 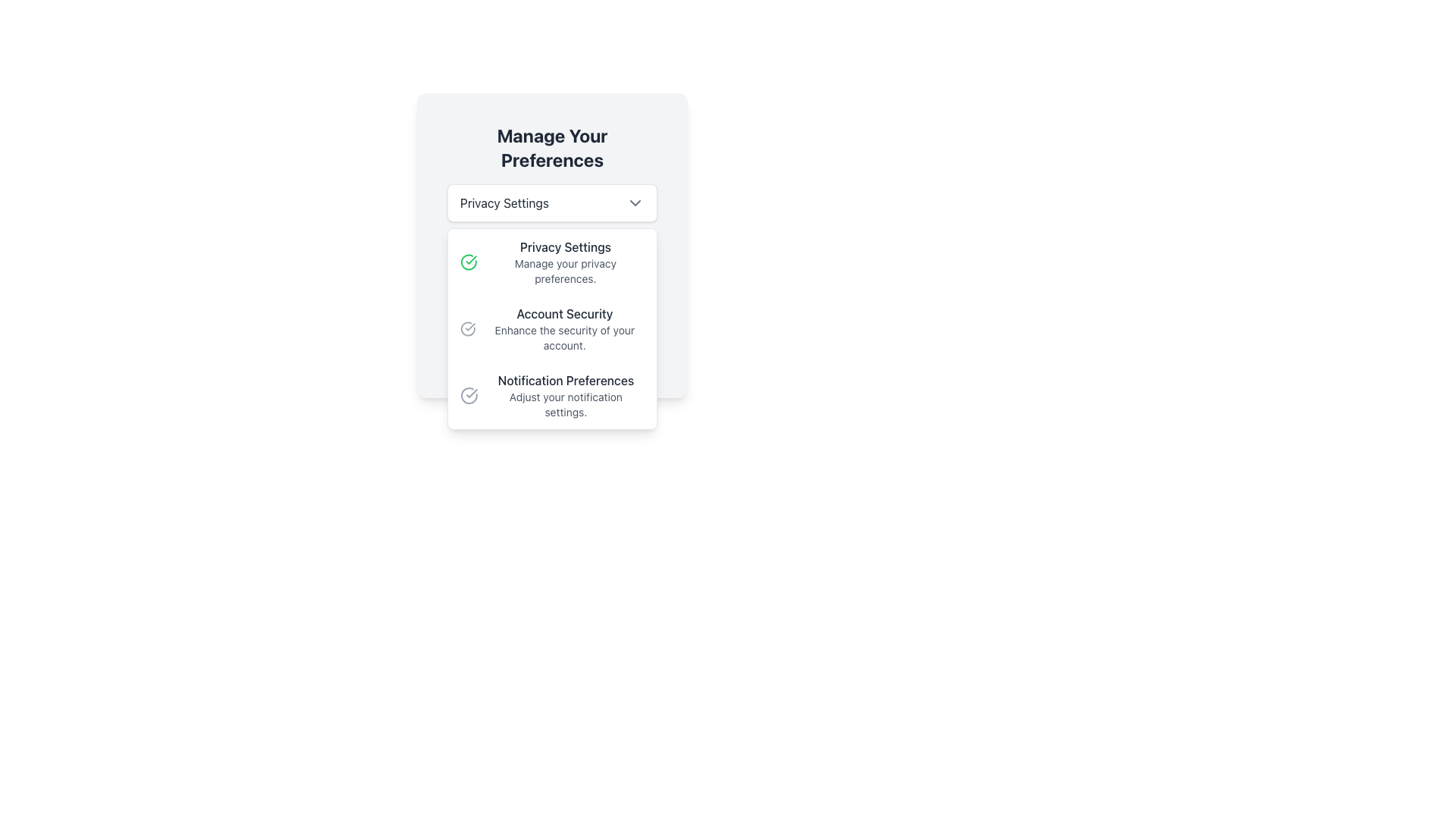 I want to click on the circular arc element of the SVG graphic which is part of a check or success symbol within a circular boundary, so click(x=467, y=328).